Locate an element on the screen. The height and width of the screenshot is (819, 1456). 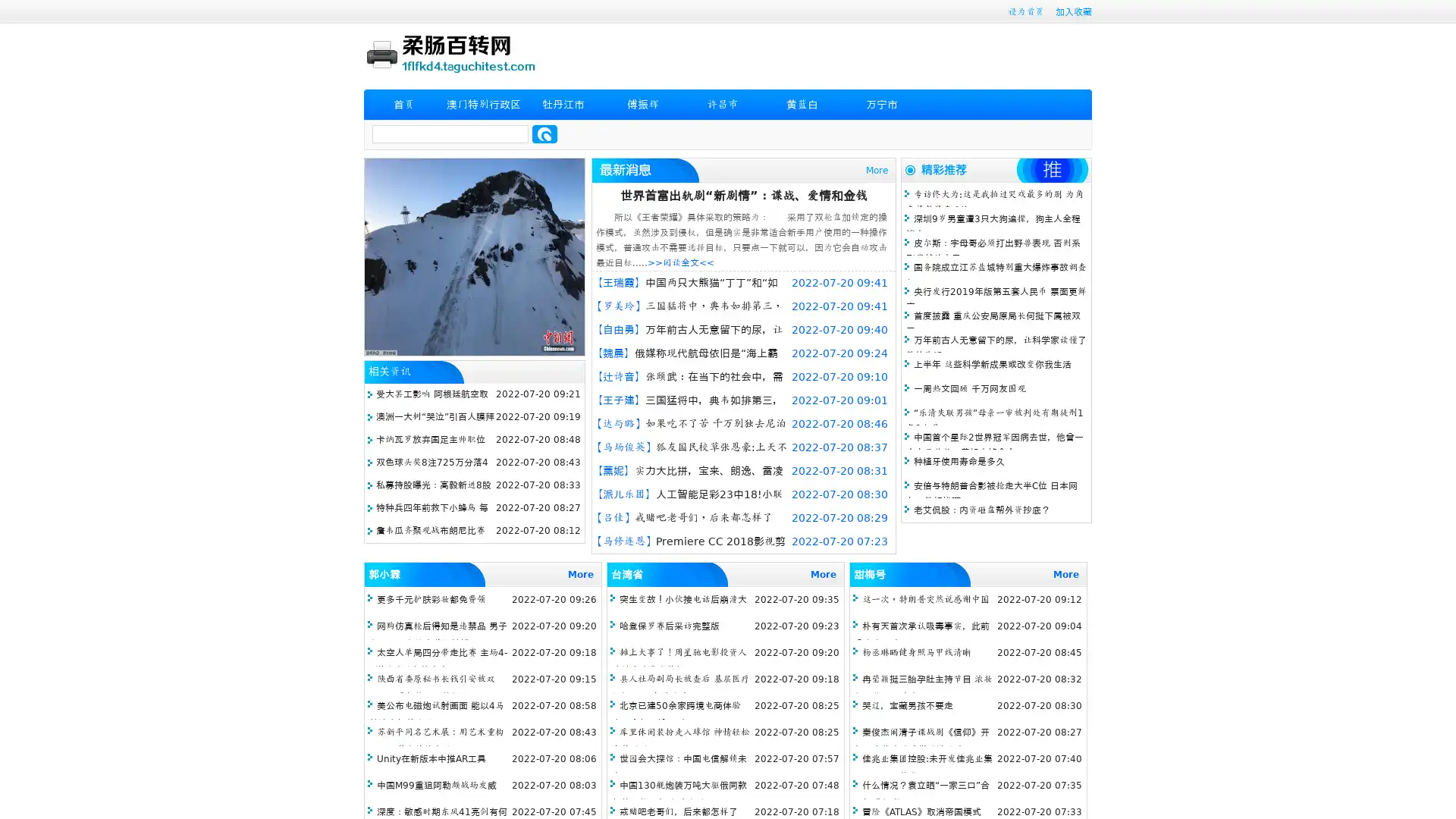
Search is located at coordinates (544, 133).